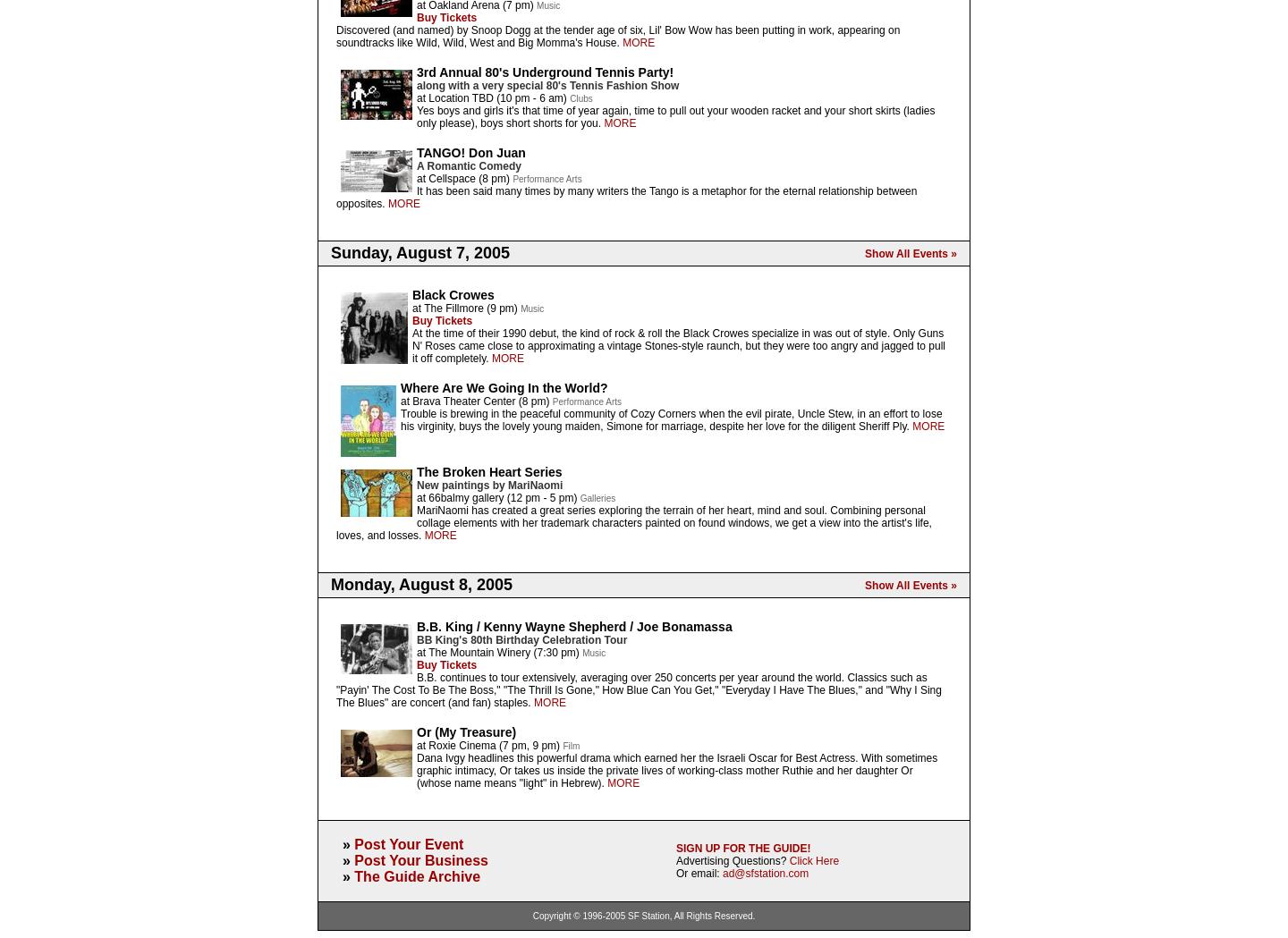 The image size is (1288, 938). What do you see at coordinates (497, 498) in the screenshot?
I see `'at 66balmy gallery (12 pm - 5 pm)'` at bounding box center [497, 498].